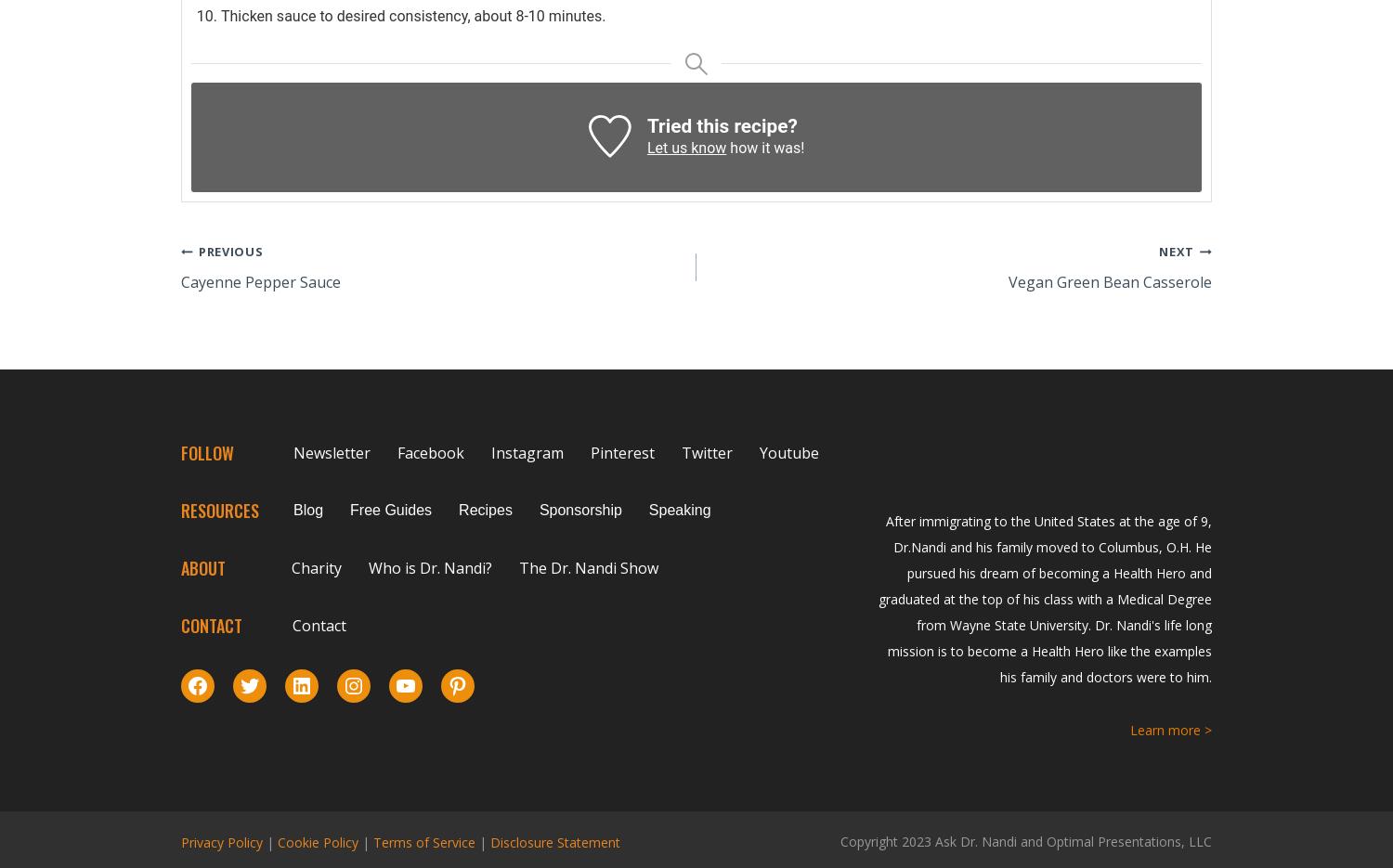 This screenshot has height=868, width=1393. Describe the element at coordinates (678, 509) in the screenshot. I see `'Speaking'` at that location.